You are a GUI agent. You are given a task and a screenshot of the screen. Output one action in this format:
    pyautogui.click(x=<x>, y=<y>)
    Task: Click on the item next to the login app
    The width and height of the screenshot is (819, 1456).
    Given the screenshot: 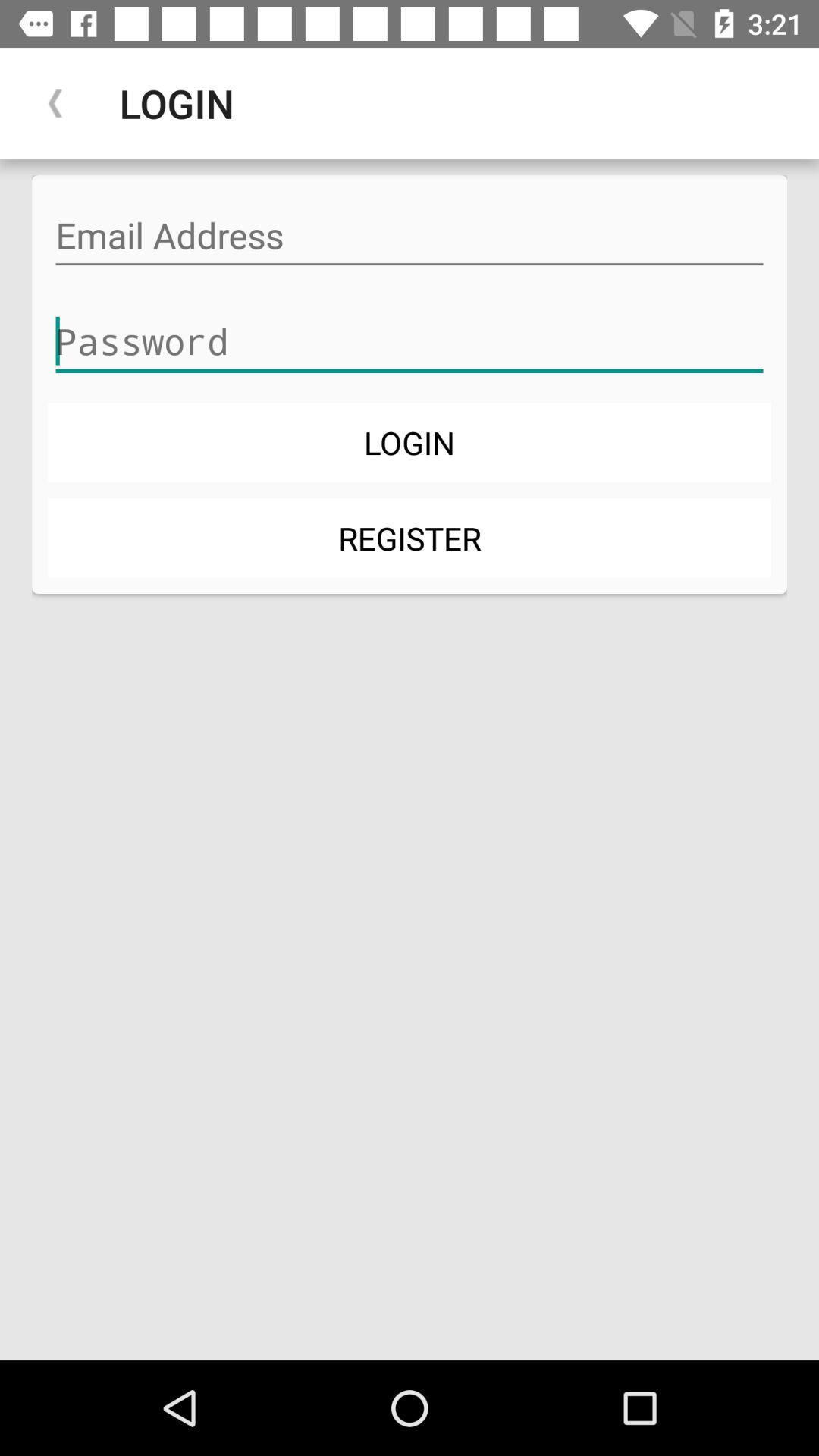 What is the action you would take?
    pyautogui.click(x=55, y=102)
    